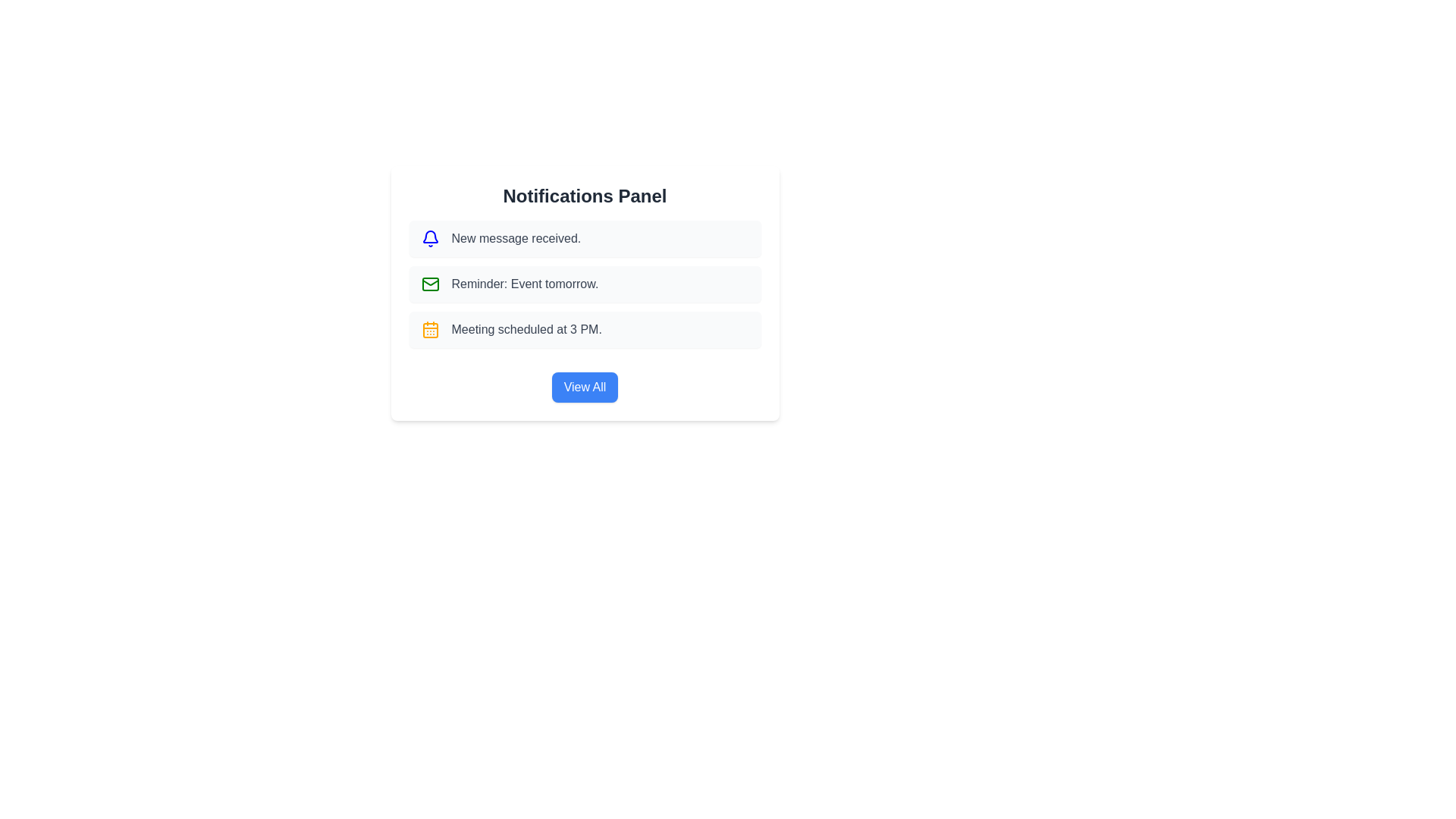 This screenshot has width=1456, height=819. Describe the element at coordinates (584, 311) in the screenshot. I see `the 'Notifications Panel'` at that location.